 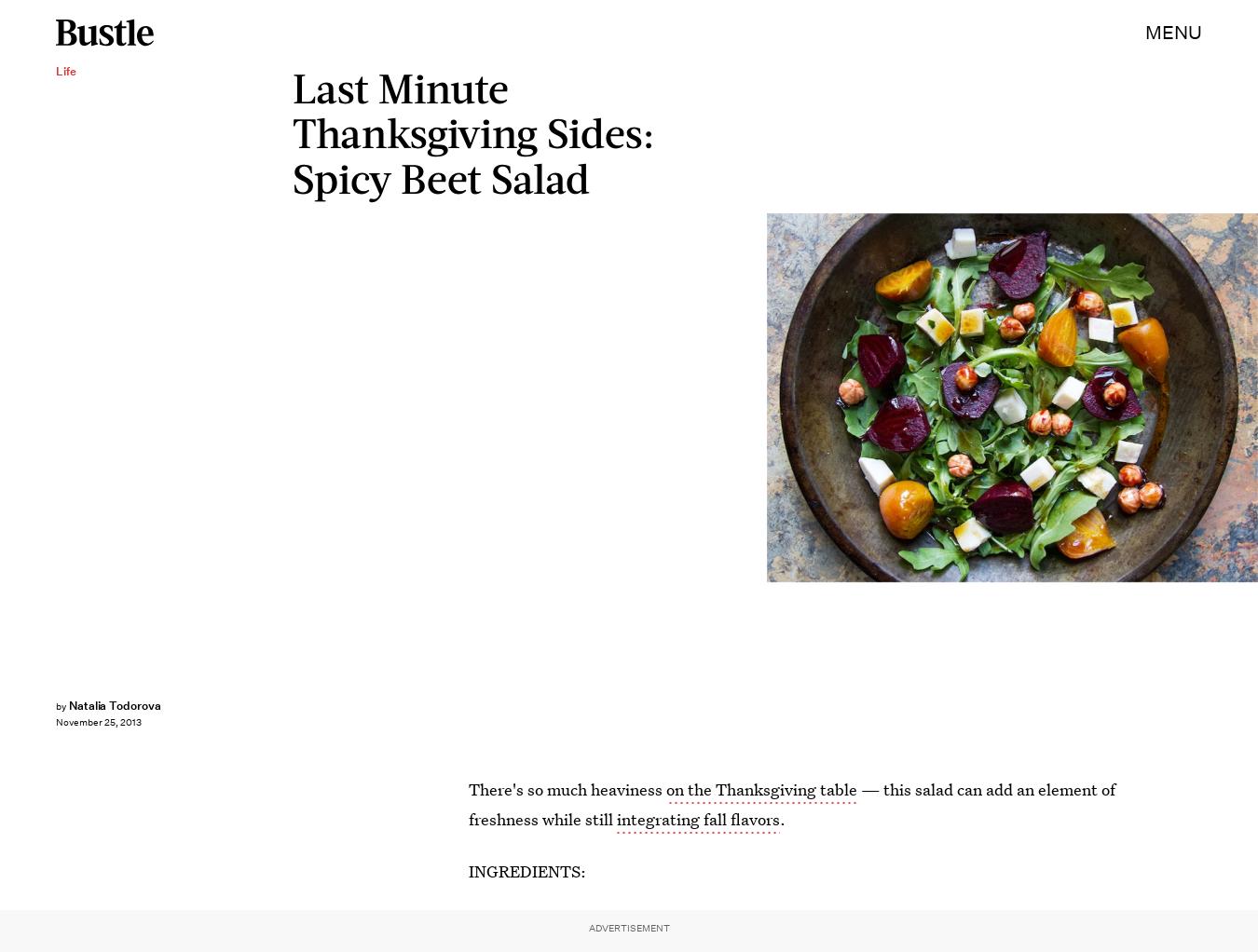 I want to click on 'INGREDIENTS:', so click(x=527, y=871).